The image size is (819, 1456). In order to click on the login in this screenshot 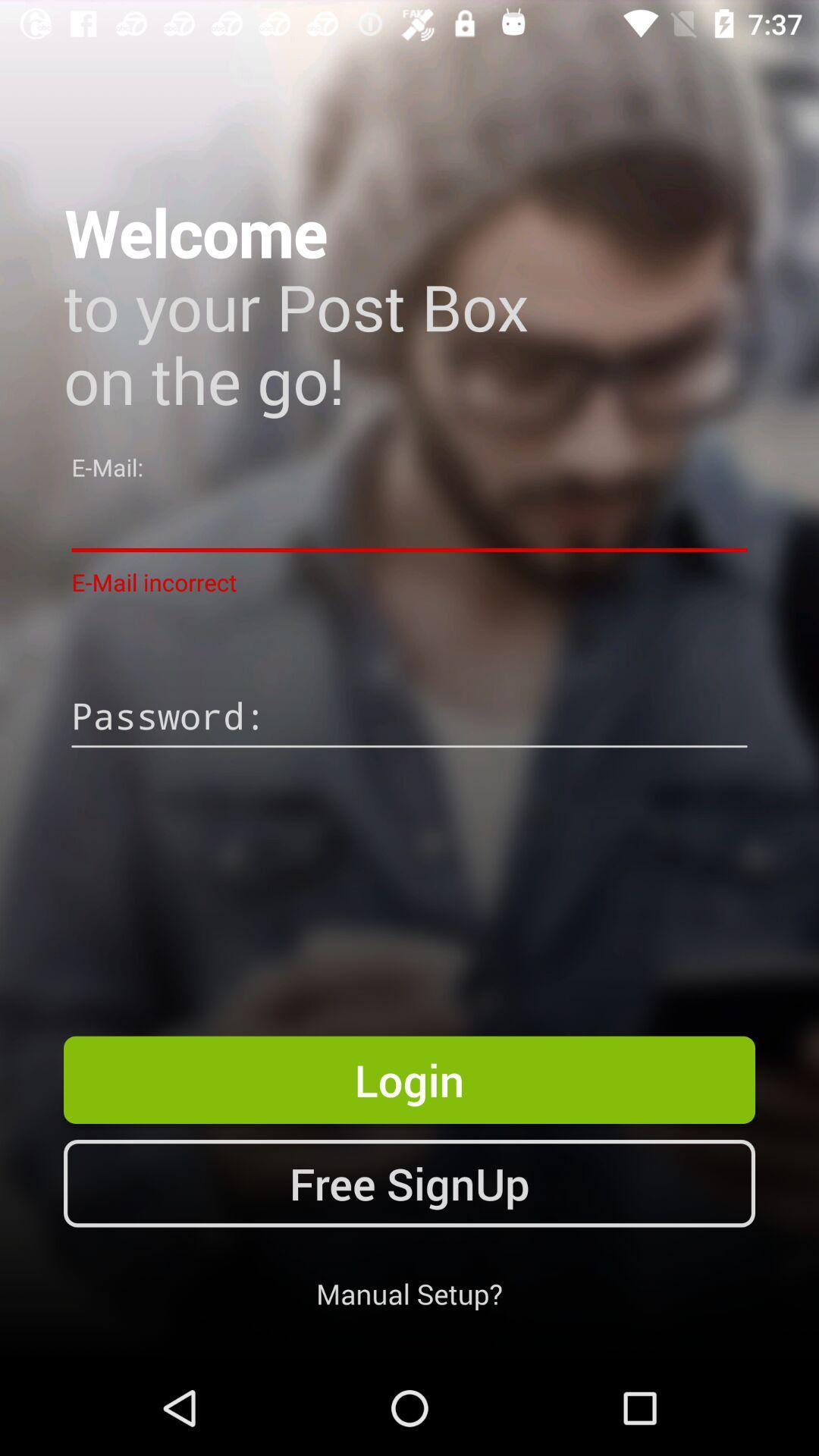, I will do `click(409, 1079)`.